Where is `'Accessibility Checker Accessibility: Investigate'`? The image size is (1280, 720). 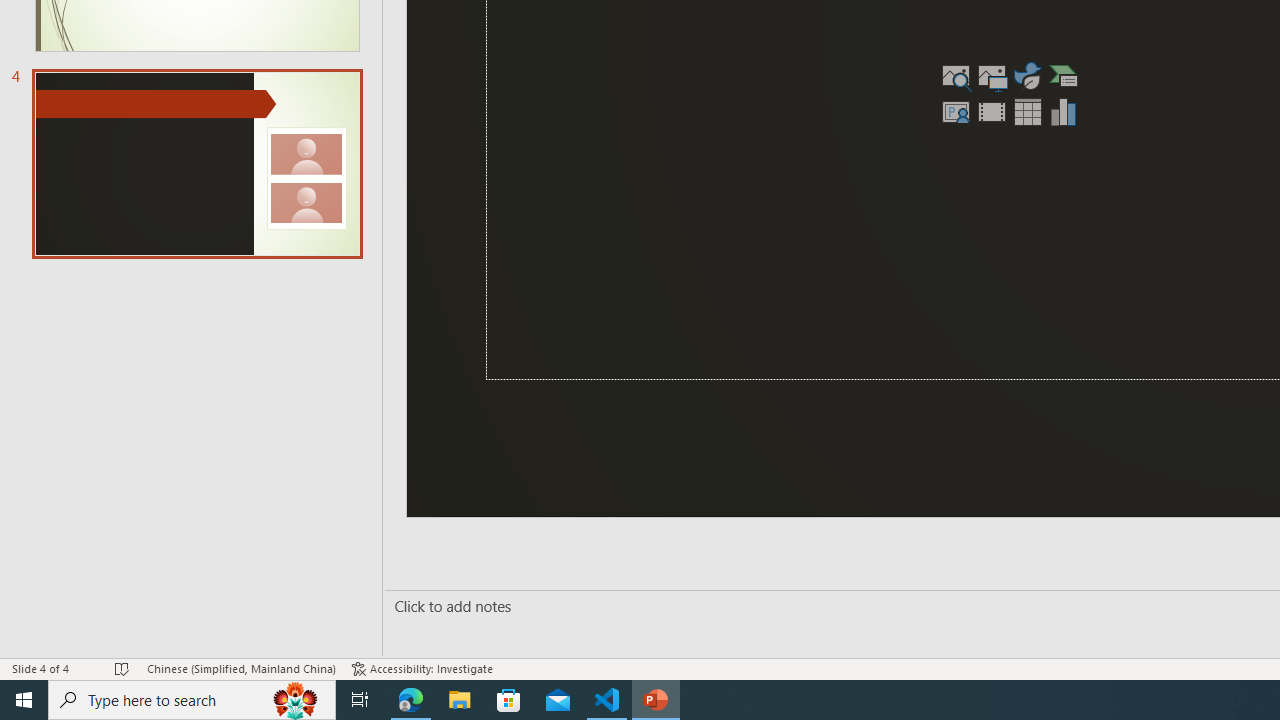 'Accessibility Checker Accessibility: Investigate' is located at coordinates (421, 669).